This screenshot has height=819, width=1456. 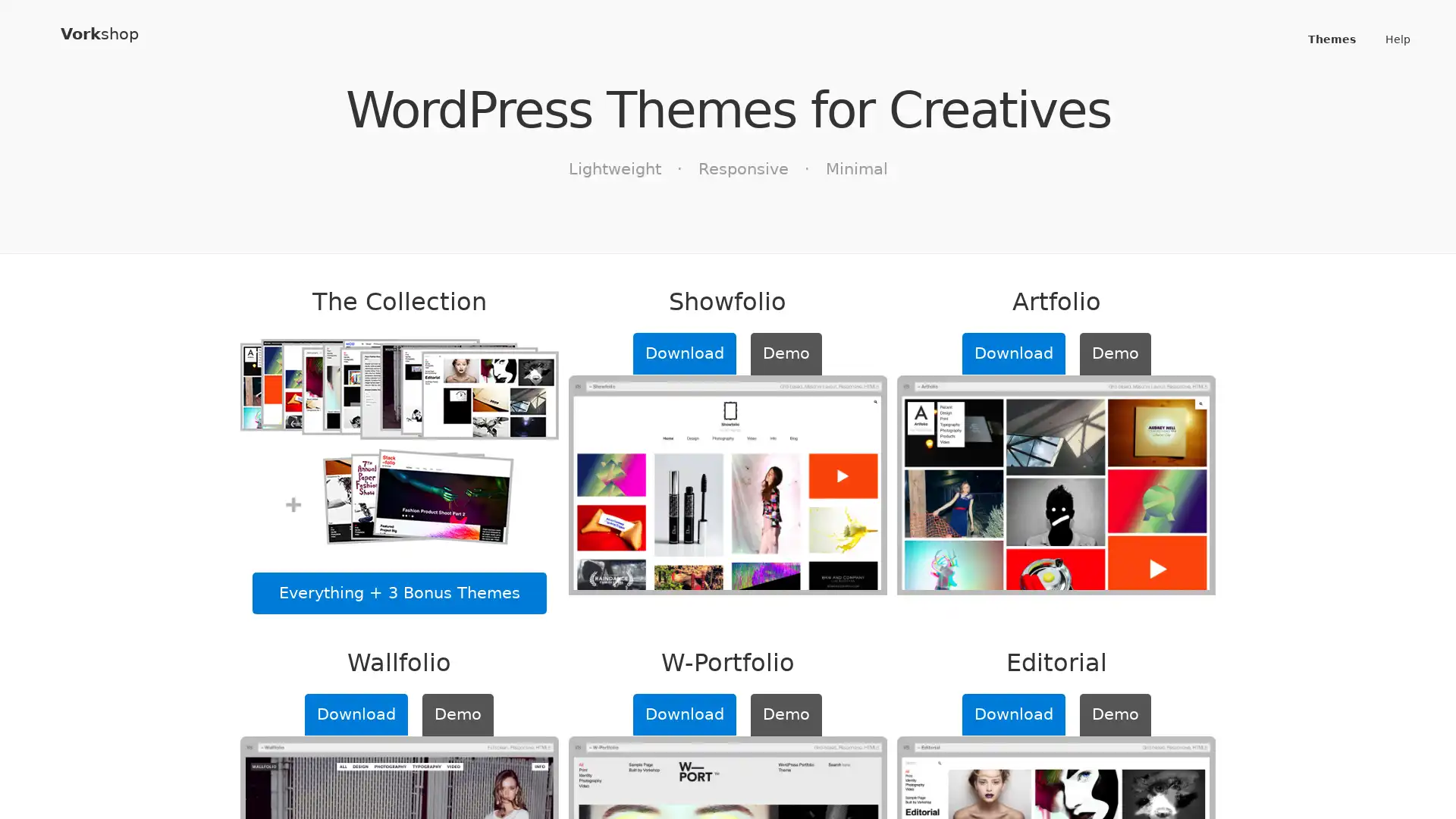 What do you see at coordinates (683, 714) in the screenshot?
I see `Download` at bounding box center [683, 714].